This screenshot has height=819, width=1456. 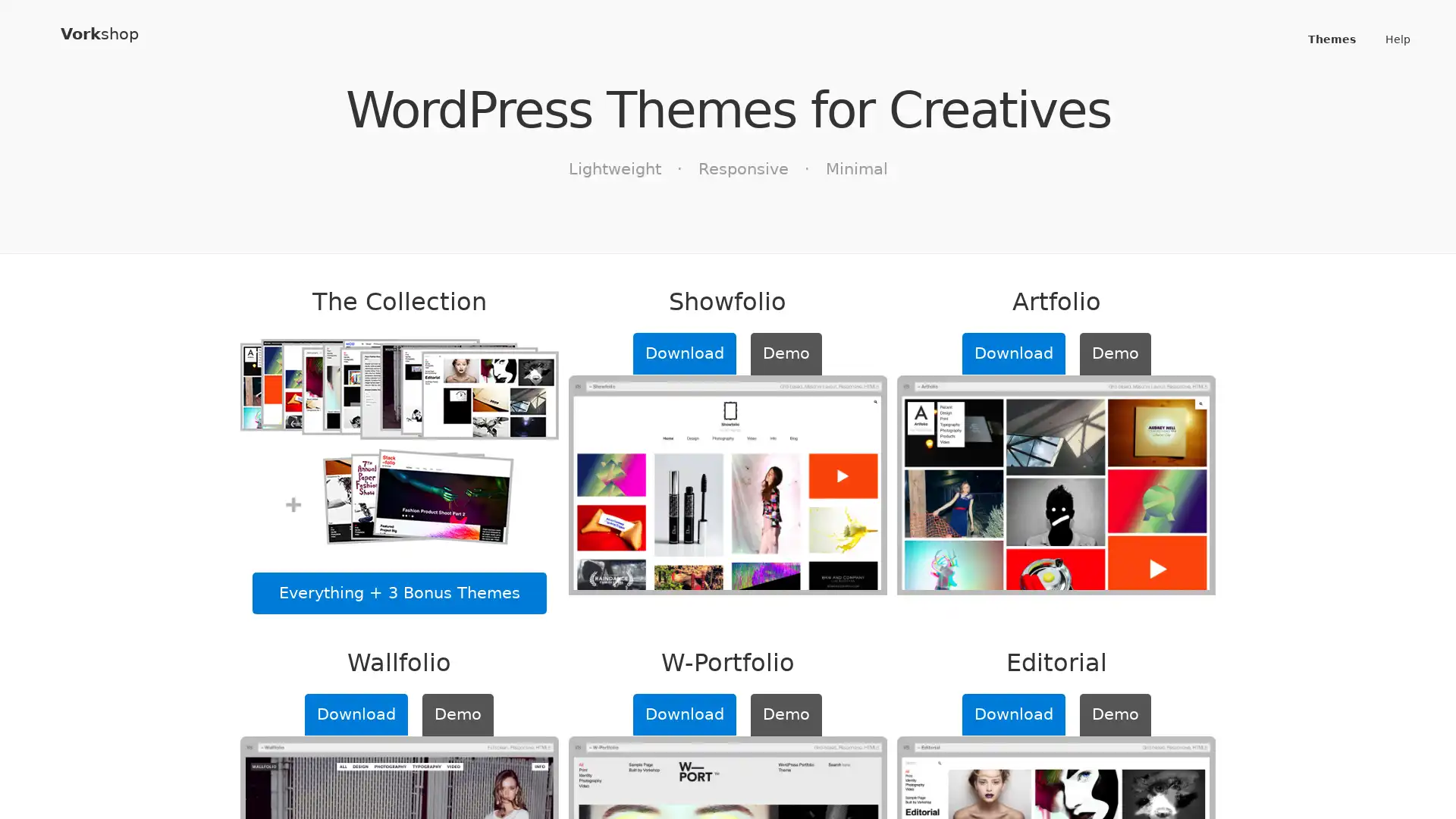 What do you see at coordinates (683, 714) in the screenshot?
I see `Download` at bounding box center [683, 714].